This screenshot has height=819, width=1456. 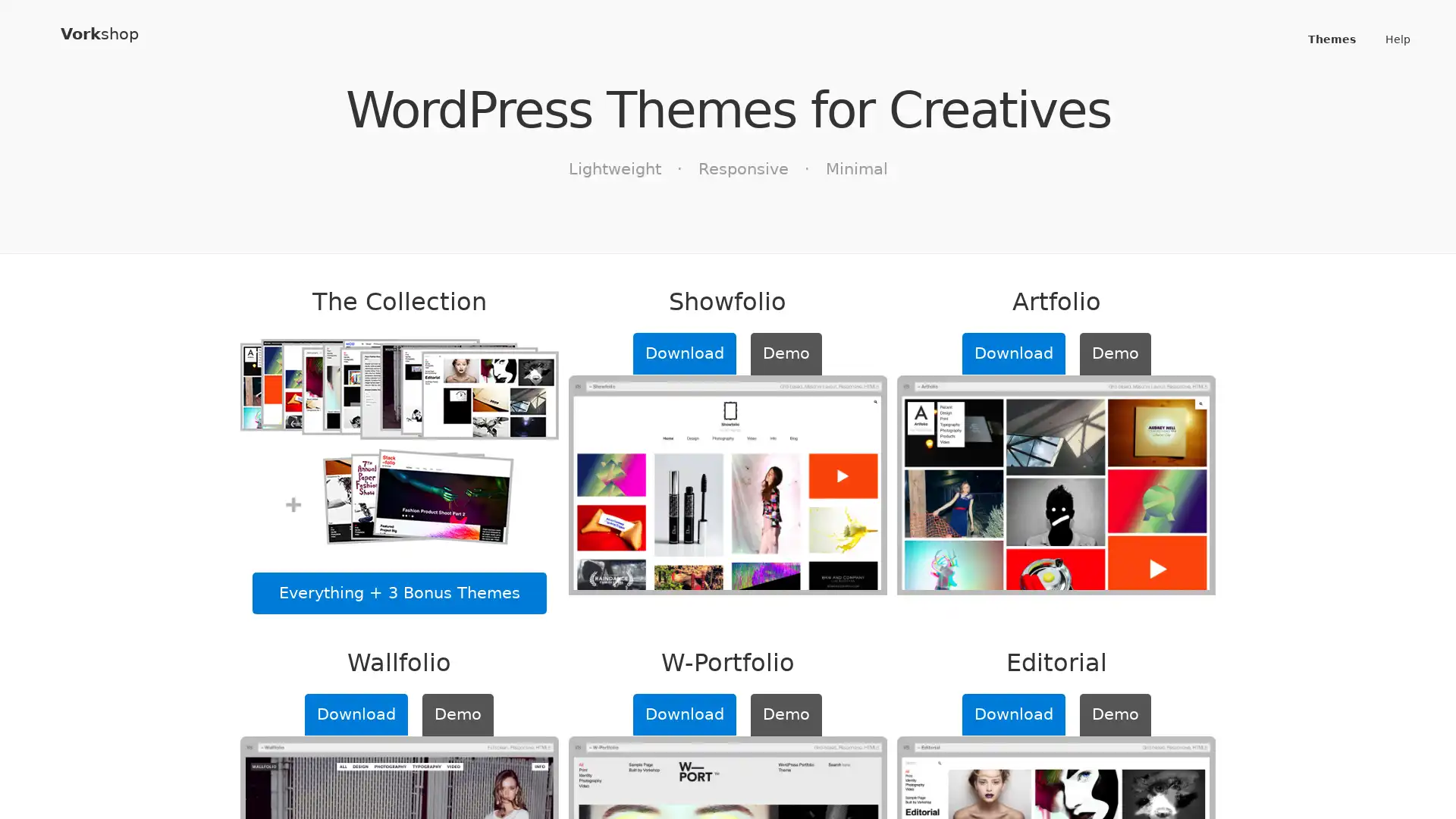 What do you see at coordinates (683, 714) in the screenshot?
I see `Download` at bounding box center [683, 714].